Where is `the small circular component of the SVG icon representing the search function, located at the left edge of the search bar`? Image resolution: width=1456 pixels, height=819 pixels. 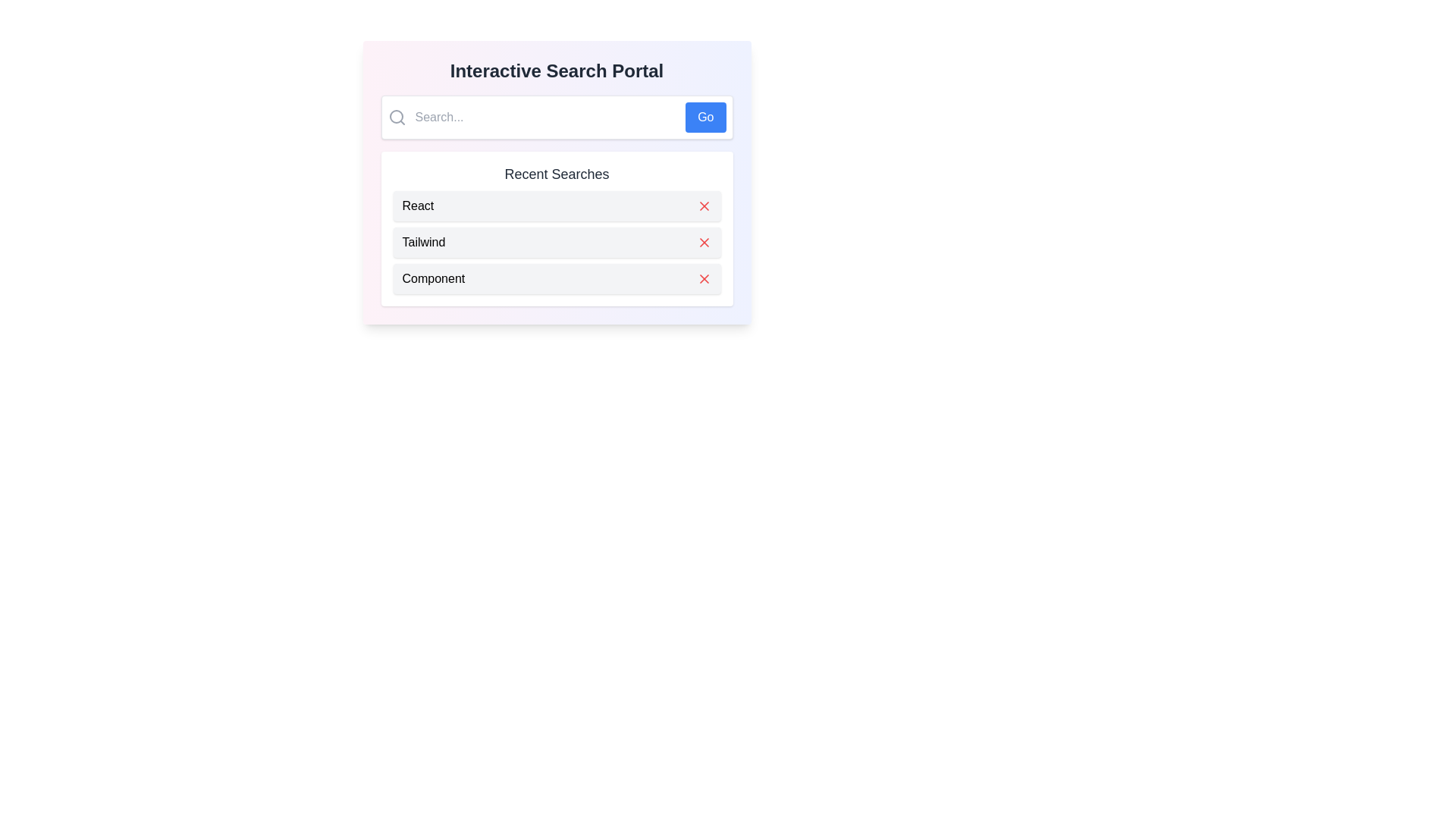 the small circular component of the SVG icon representing the search function, located at the left edge of the search bar is located at coordinates (396, 116).